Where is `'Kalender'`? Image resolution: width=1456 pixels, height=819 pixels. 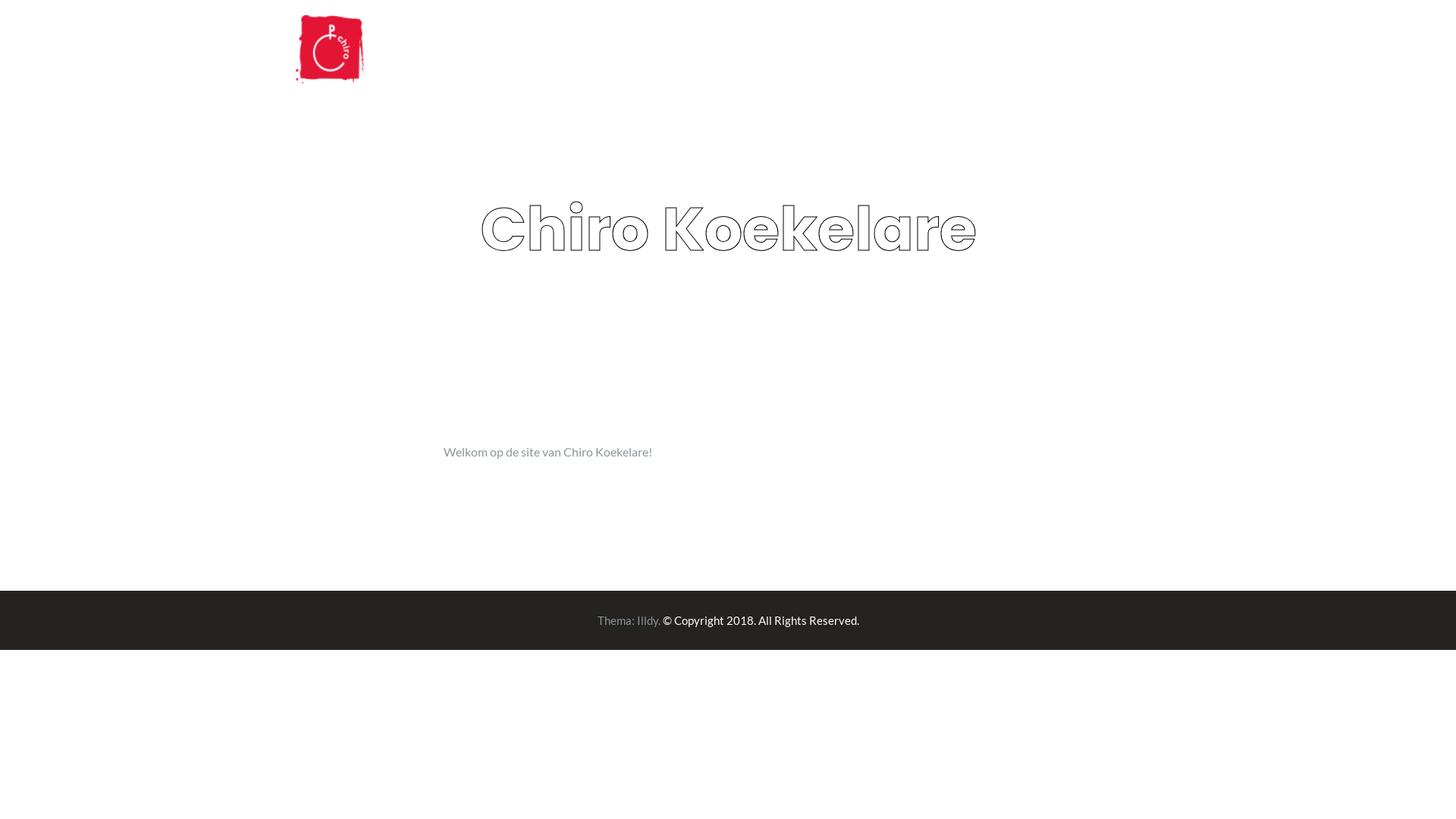 'Kalender' is located at coordinates (895, 50).